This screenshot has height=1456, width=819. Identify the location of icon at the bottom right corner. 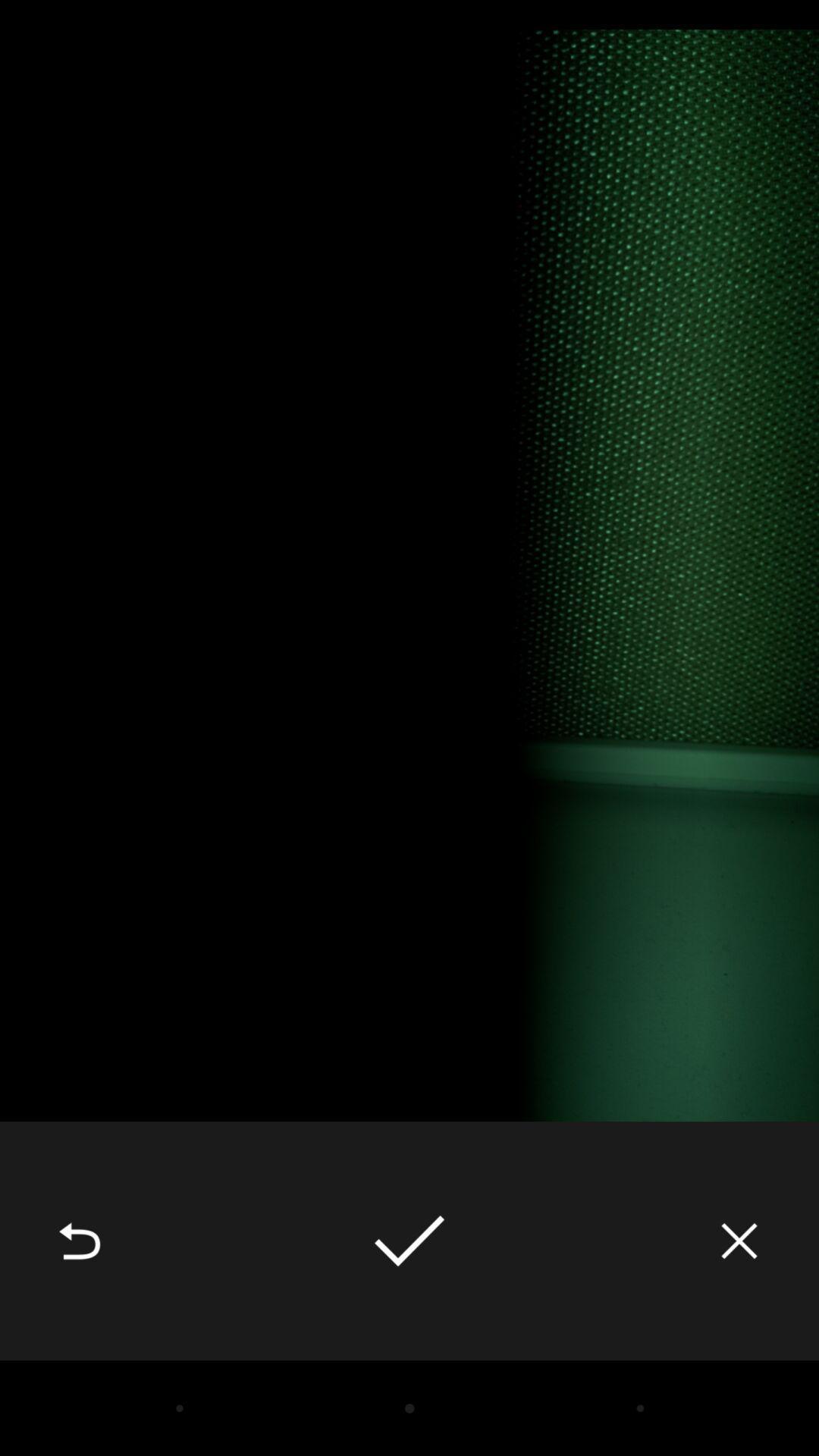
(739, 1241).